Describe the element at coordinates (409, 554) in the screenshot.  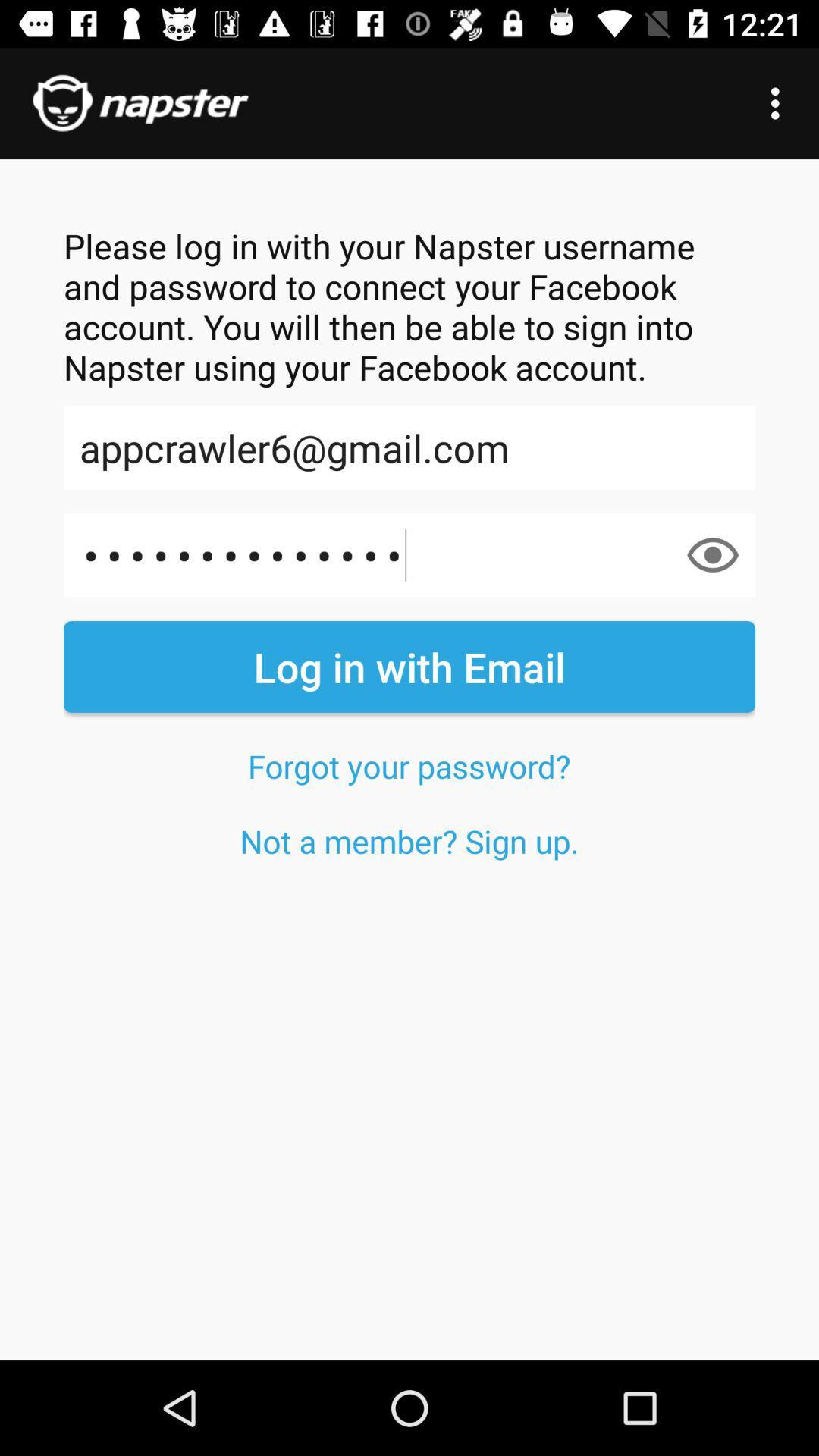
I see `icon below appcrawler6@gmail.com` at that location.